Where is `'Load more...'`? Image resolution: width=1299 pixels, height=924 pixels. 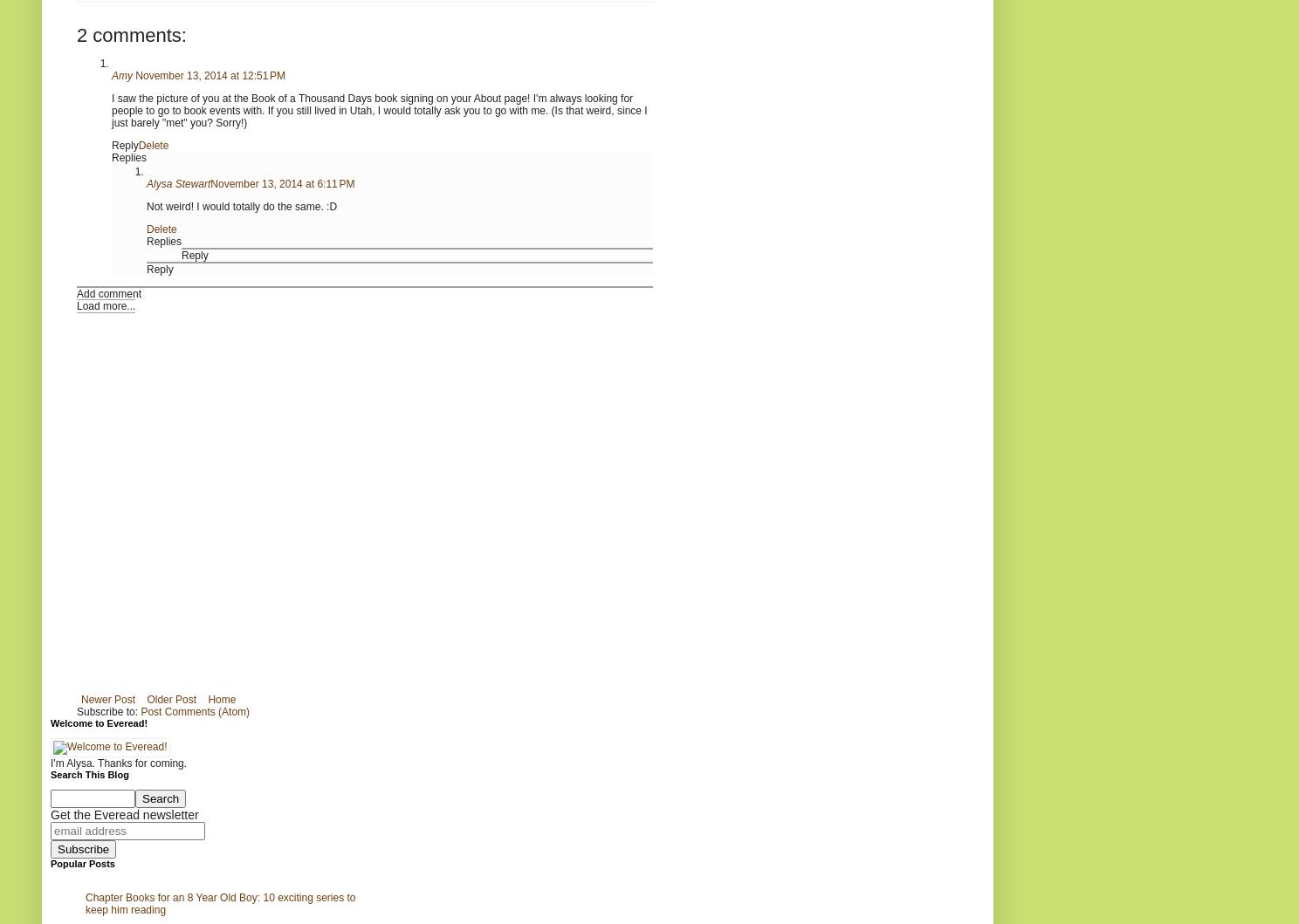 'Load more...' is located at coordinates (105, 304).